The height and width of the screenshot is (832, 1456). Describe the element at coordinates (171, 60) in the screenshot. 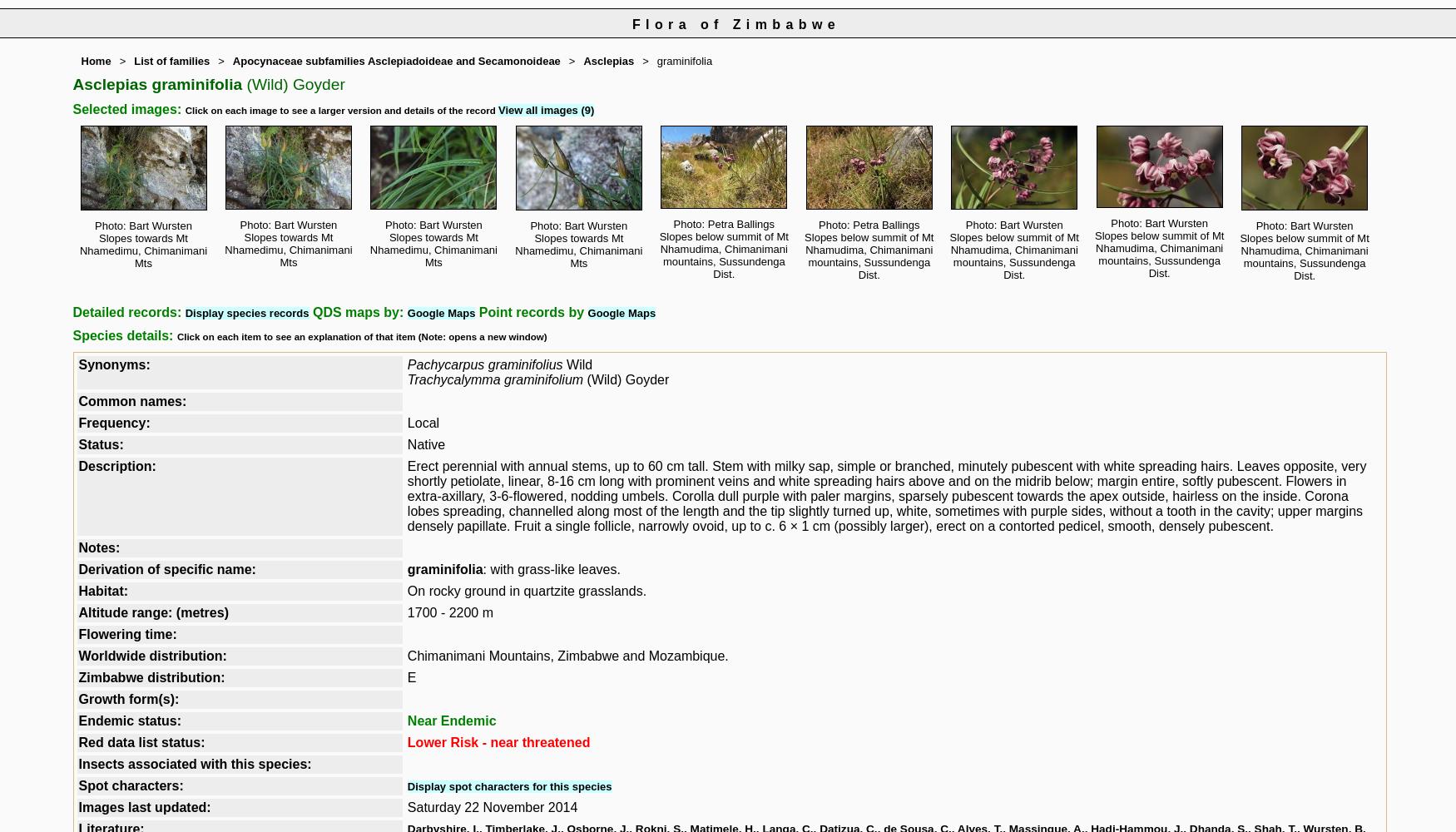

I see `'List of families'` at that location.